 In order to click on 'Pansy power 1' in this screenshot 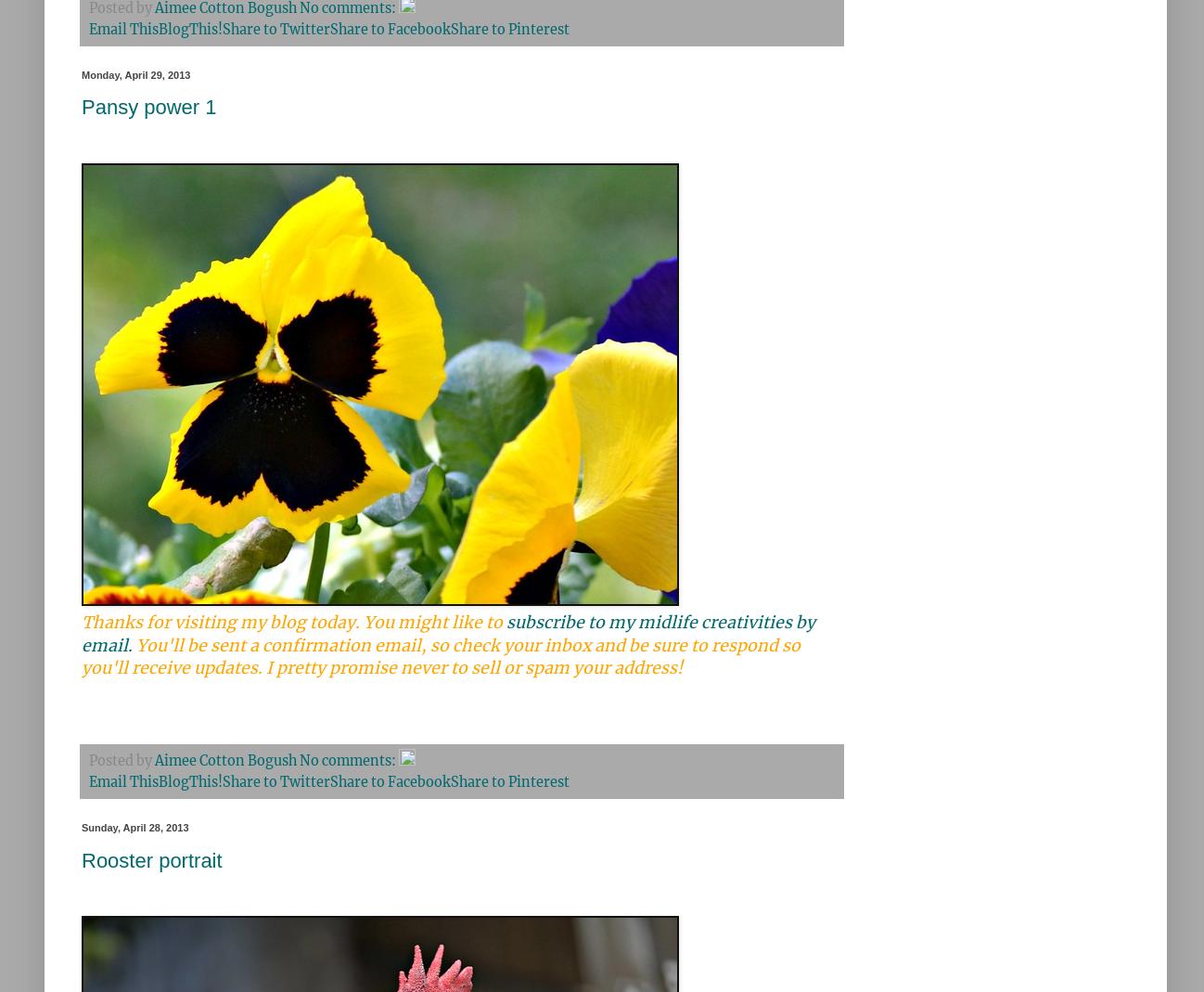, I will do `click(147, 107)`.